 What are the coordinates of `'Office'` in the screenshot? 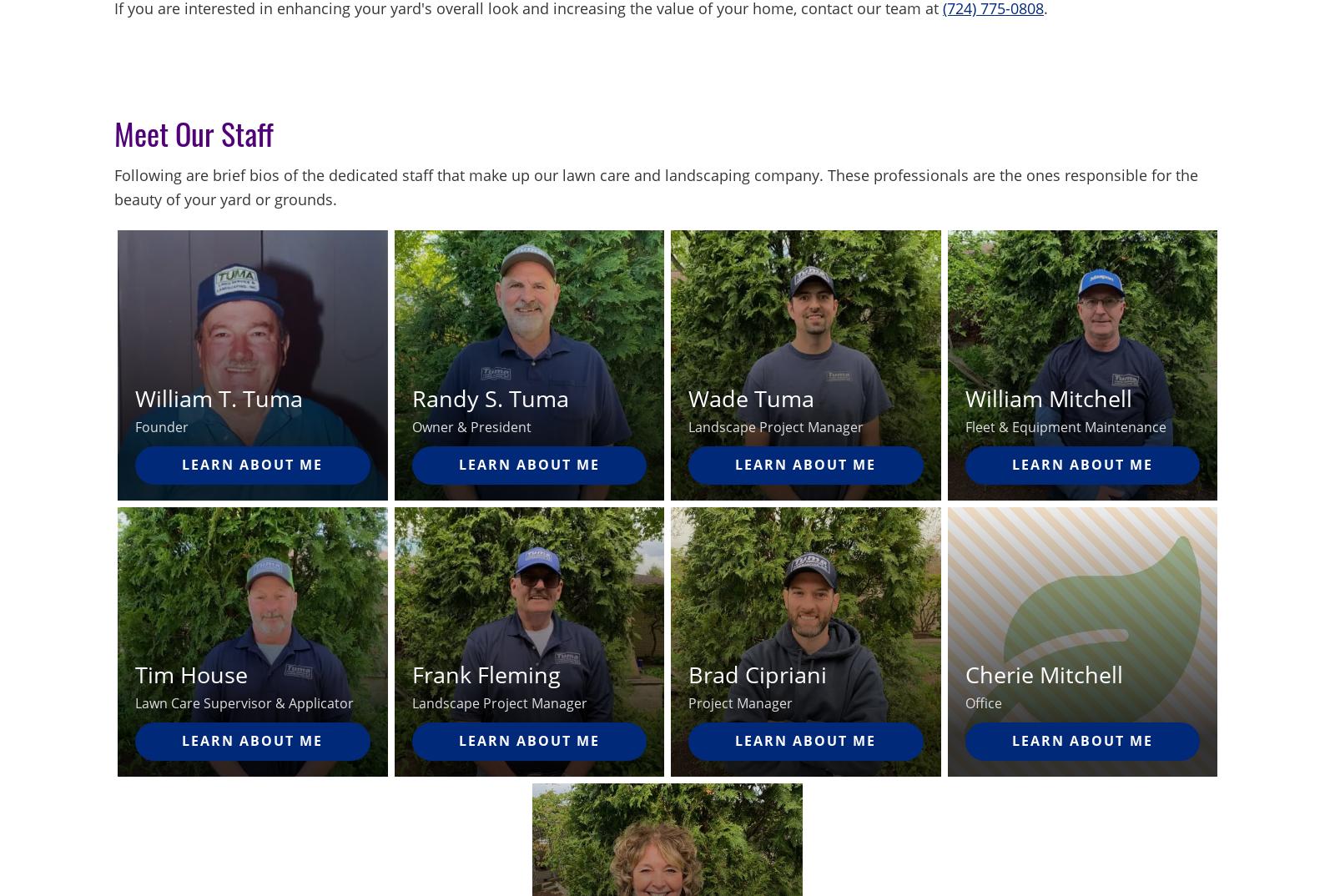 It's located at (965, 702).